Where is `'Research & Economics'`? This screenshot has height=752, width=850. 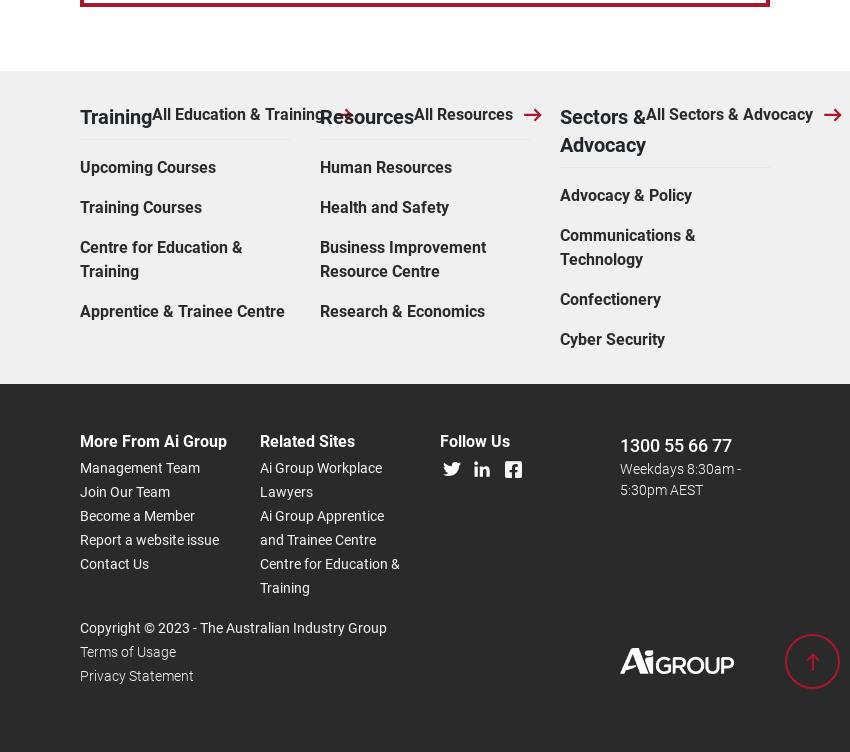 'Research & Economics' is located at coordinates (401, 87).